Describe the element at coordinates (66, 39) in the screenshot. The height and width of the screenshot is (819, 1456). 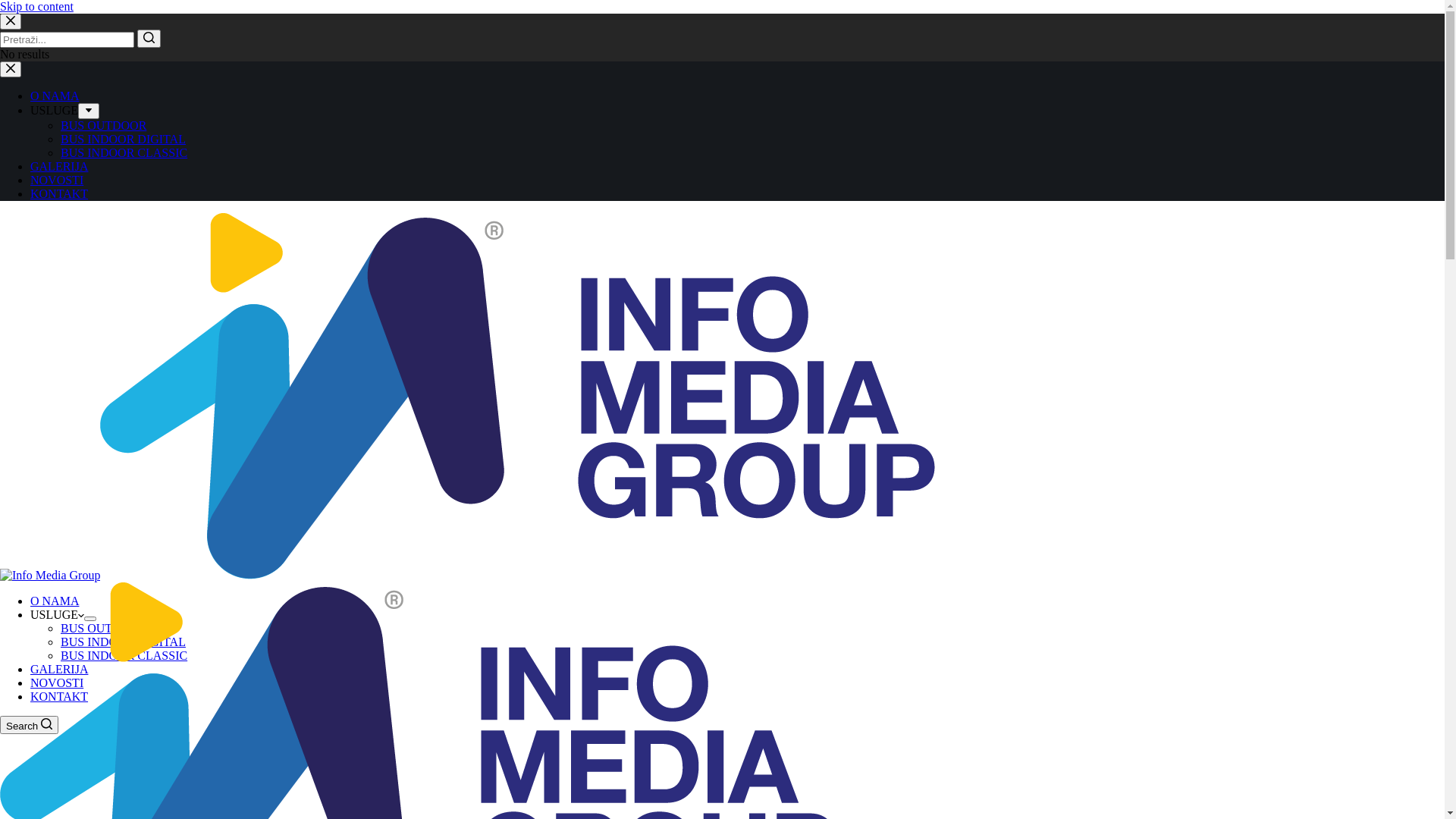
I see `'Search for...'` at that location.